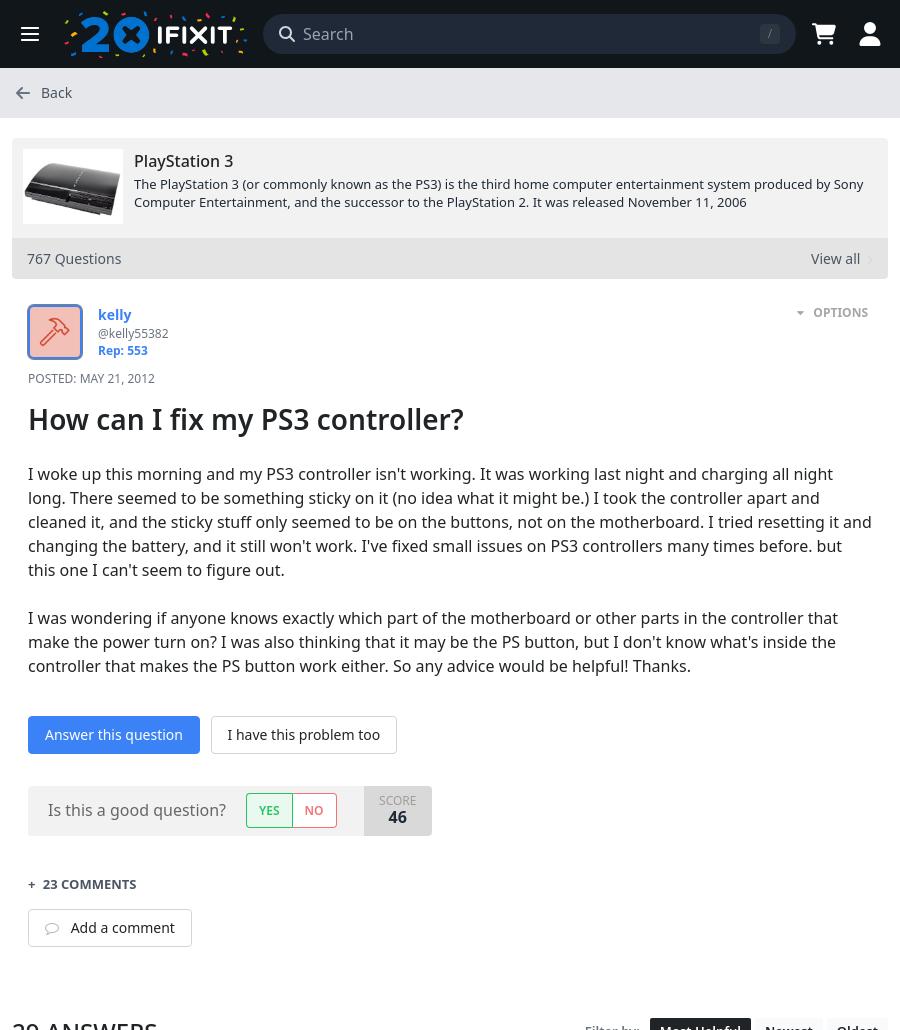  What do you see at coordinates (183, 975) in the screenshot?
I see `'by'` at bounding box center [183, 975].